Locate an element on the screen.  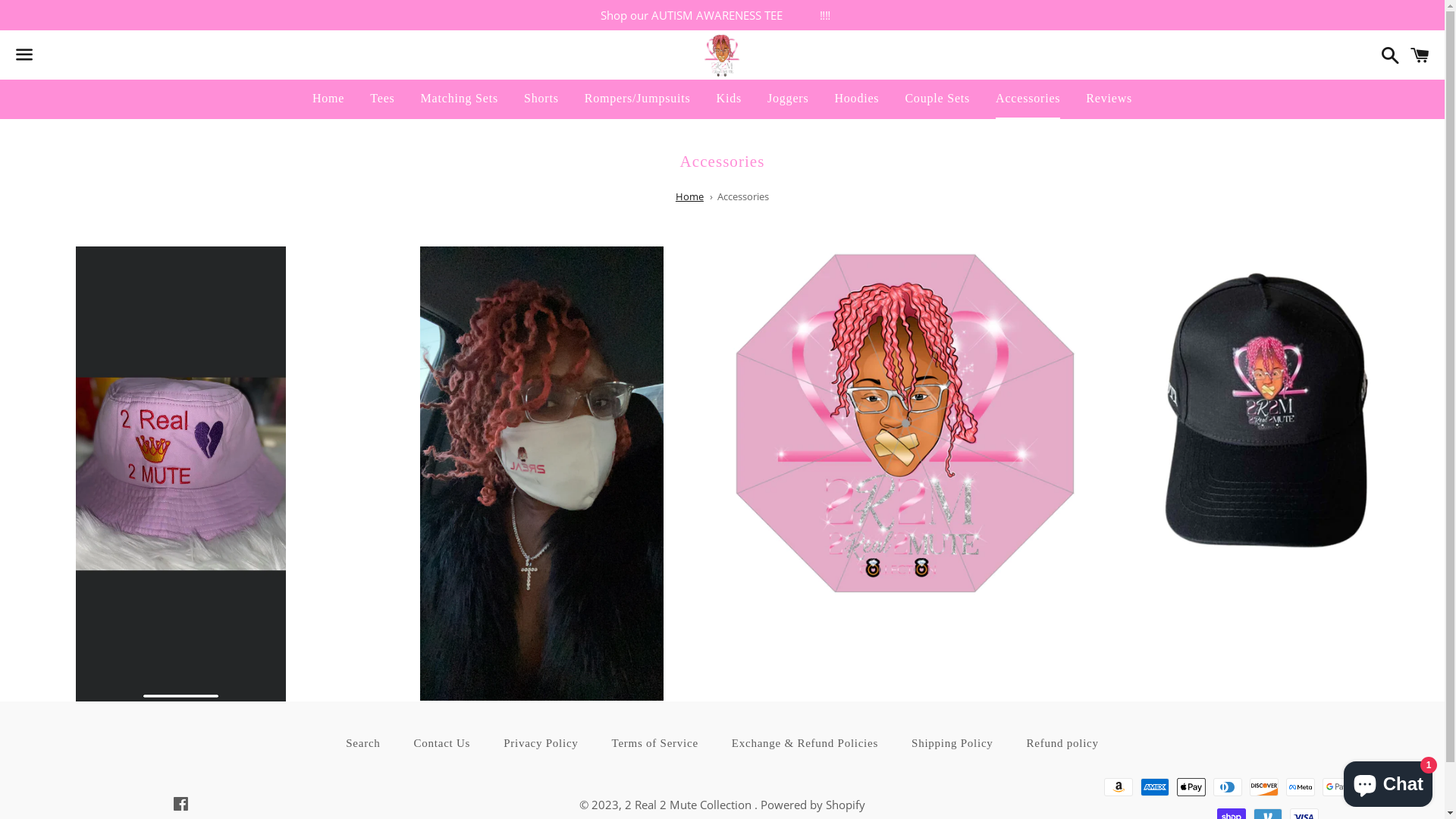
'Contact Us' is located at coordinates (441, 742).